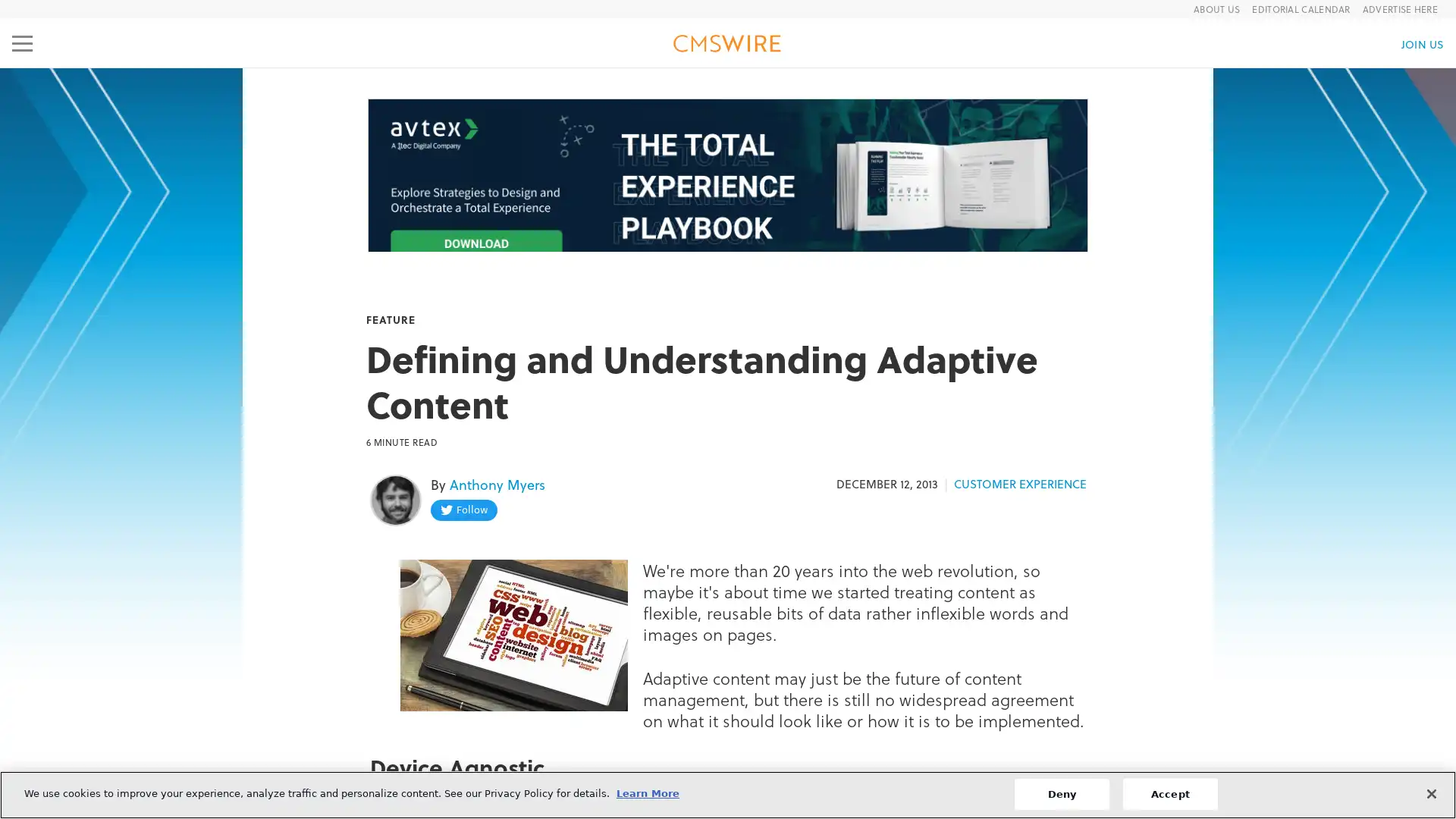 The image size is (1456, 819). What do you see at coordinates (1421, 42) in the screenshot?
I see `JOIN US` at bounding box center [1421, 42].